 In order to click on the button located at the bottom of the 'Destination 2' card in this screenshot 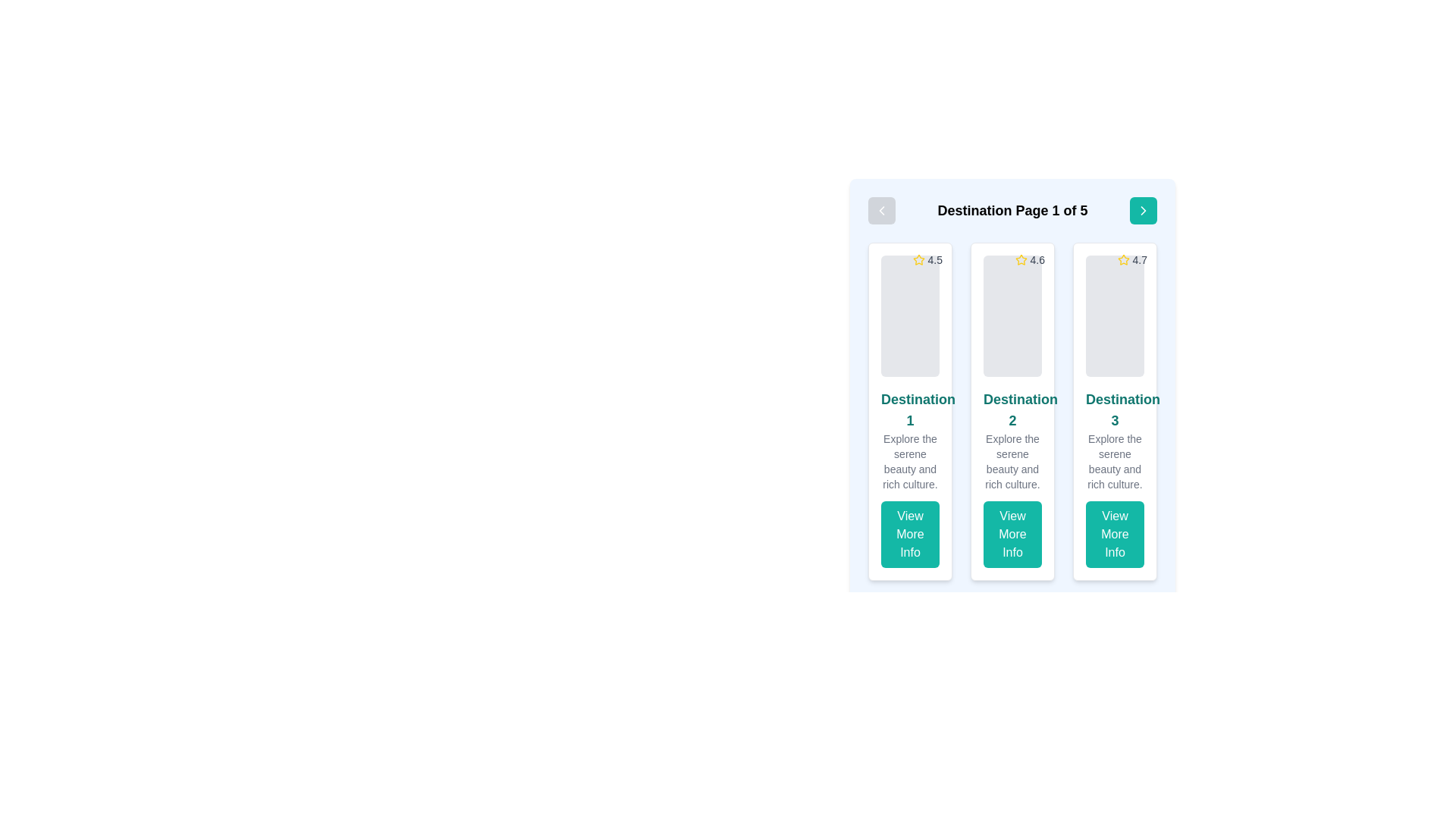, I will do `click(1012, 534)`.